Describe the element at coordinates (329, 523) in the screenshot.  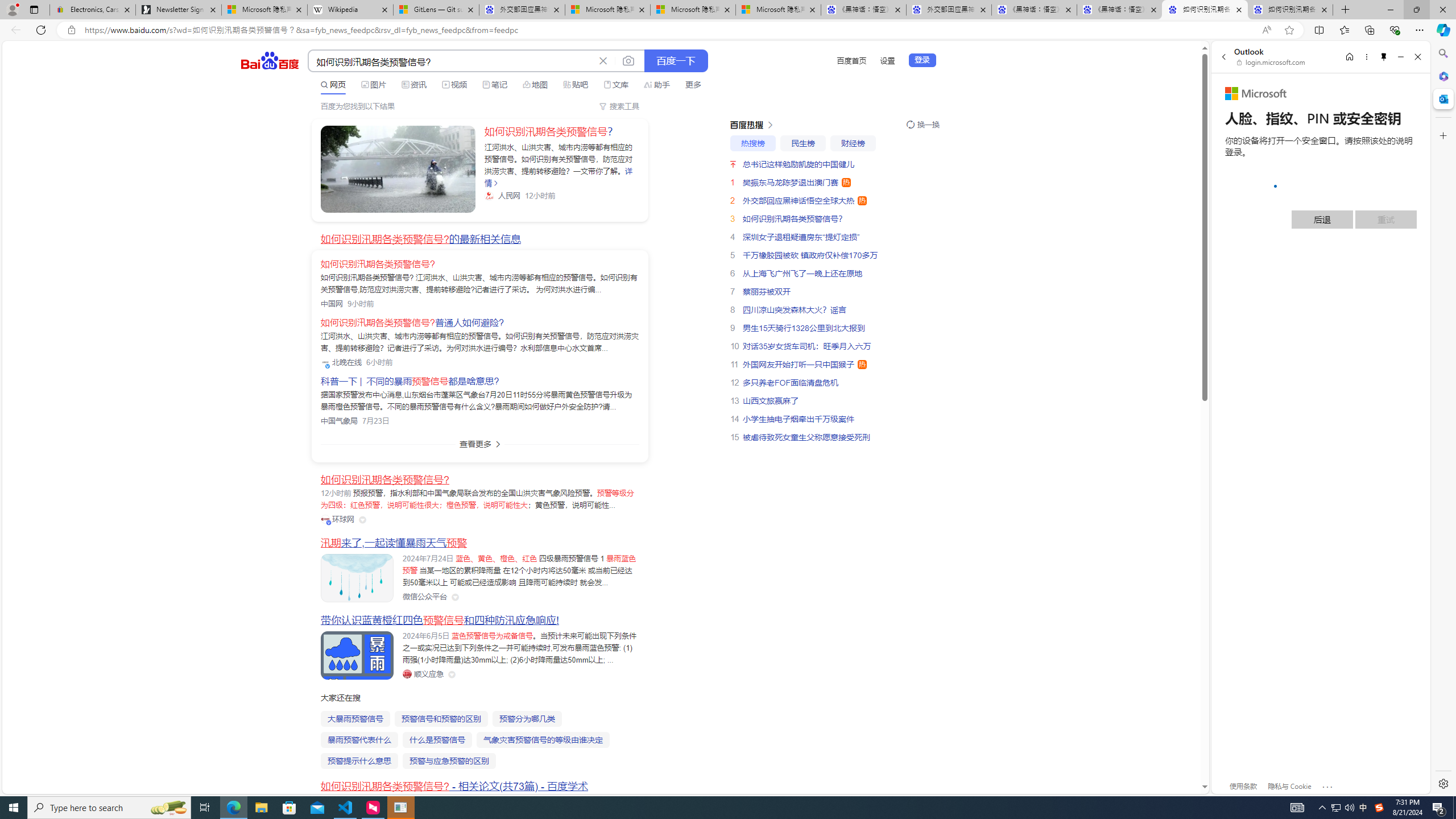
I see `'Class: vip-icon_kNmNt'` at that location.